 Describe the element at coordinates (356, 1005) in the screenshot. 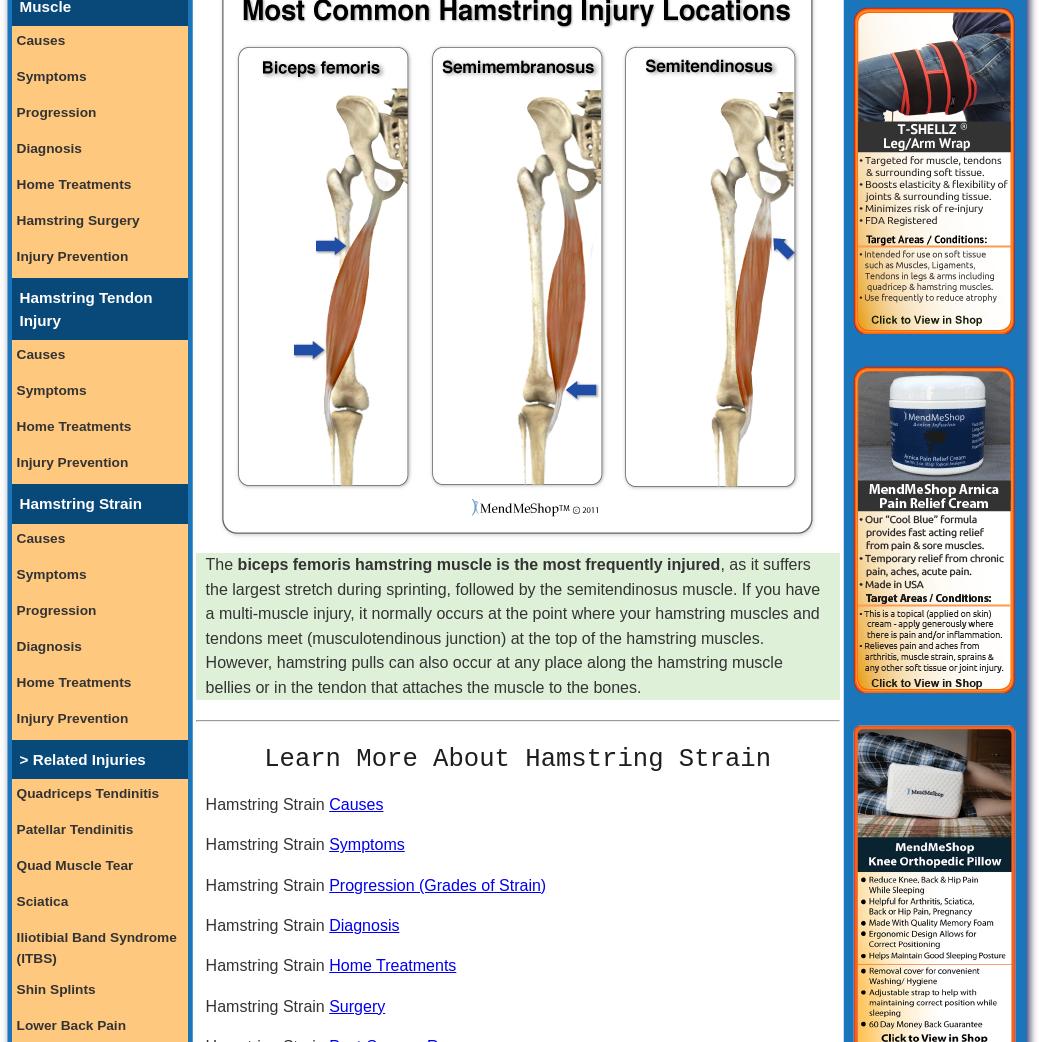

I see `'Surgery'` at that location.